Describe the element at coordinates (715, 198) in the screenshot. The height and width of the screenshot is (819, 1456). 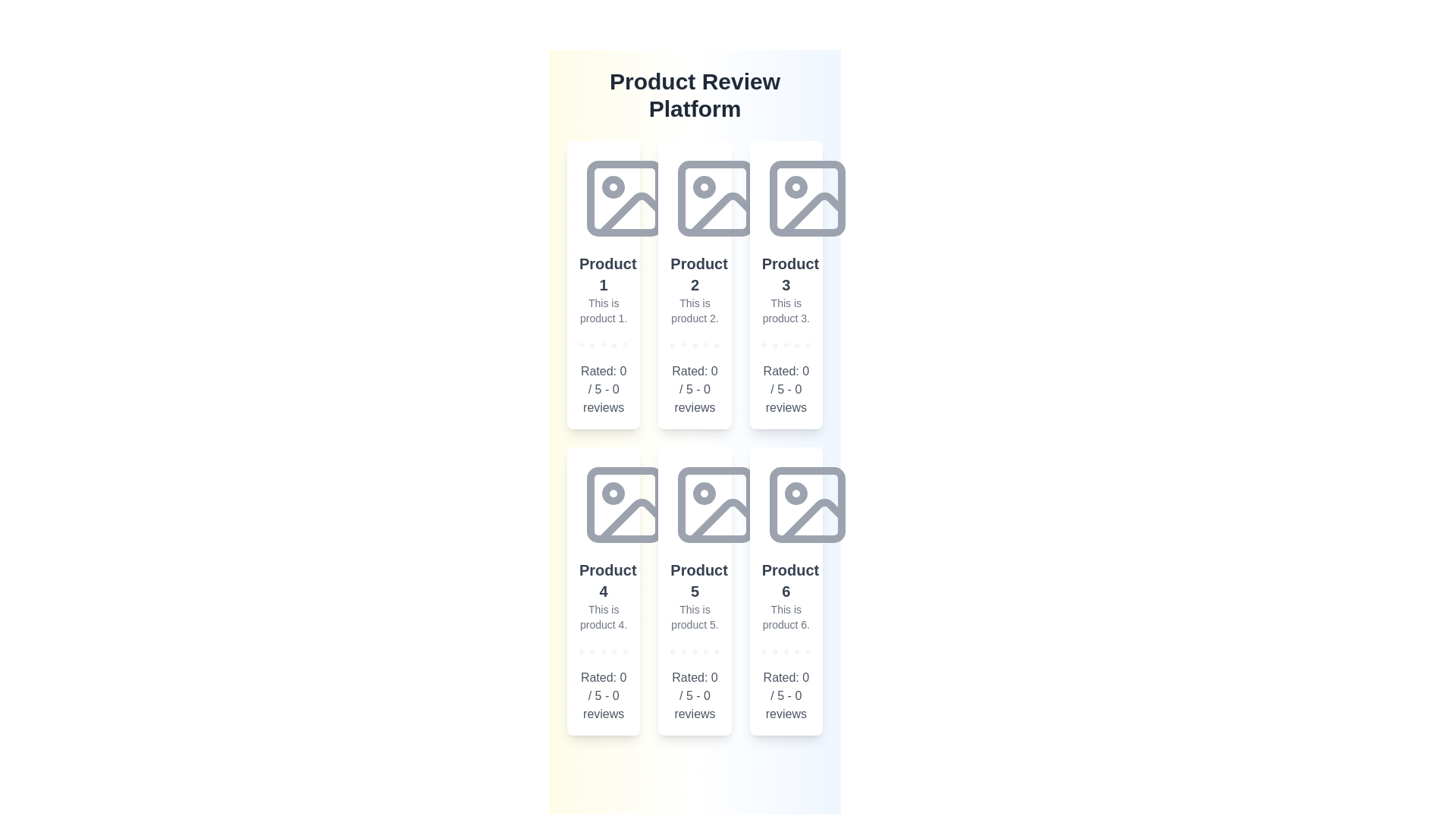
I see `the placeholder image for Product 2` at that location.